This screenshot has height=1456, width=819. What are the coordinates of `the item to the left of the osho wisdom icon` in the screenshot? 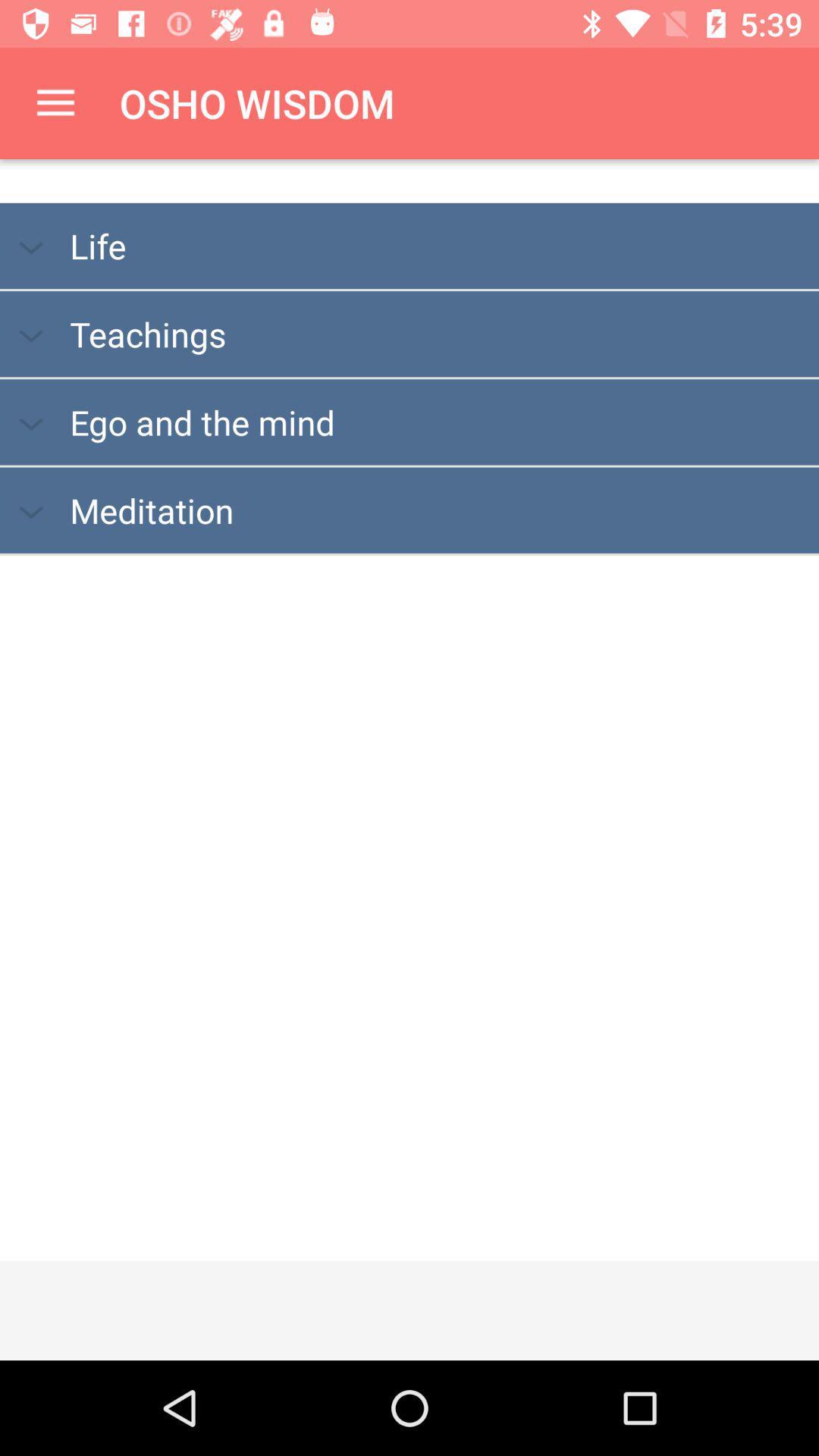 It's located at (55, 102).